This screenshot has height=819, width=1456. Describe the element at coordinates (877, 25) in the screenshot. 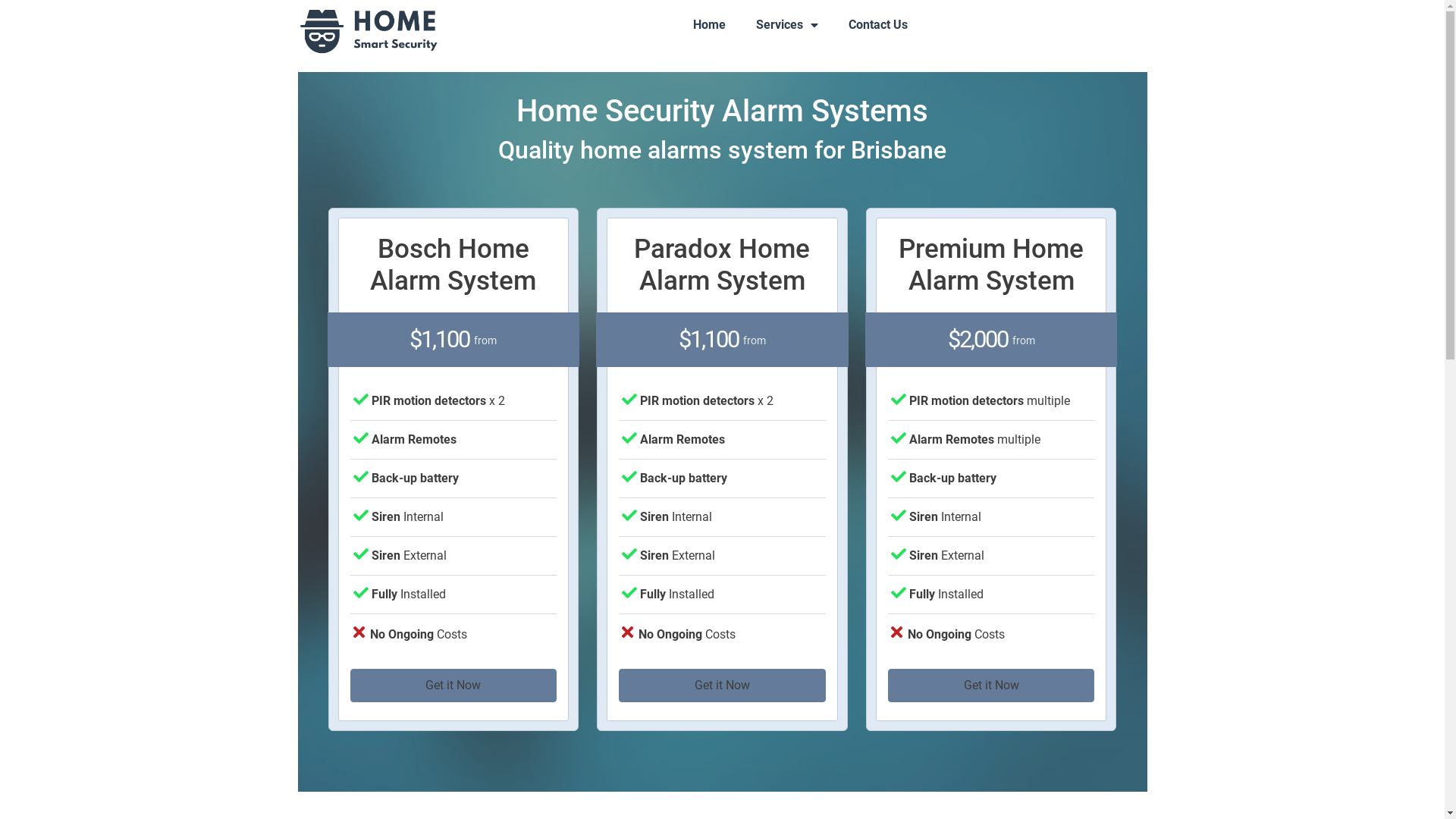

I see `'Contact Us'` at that location.